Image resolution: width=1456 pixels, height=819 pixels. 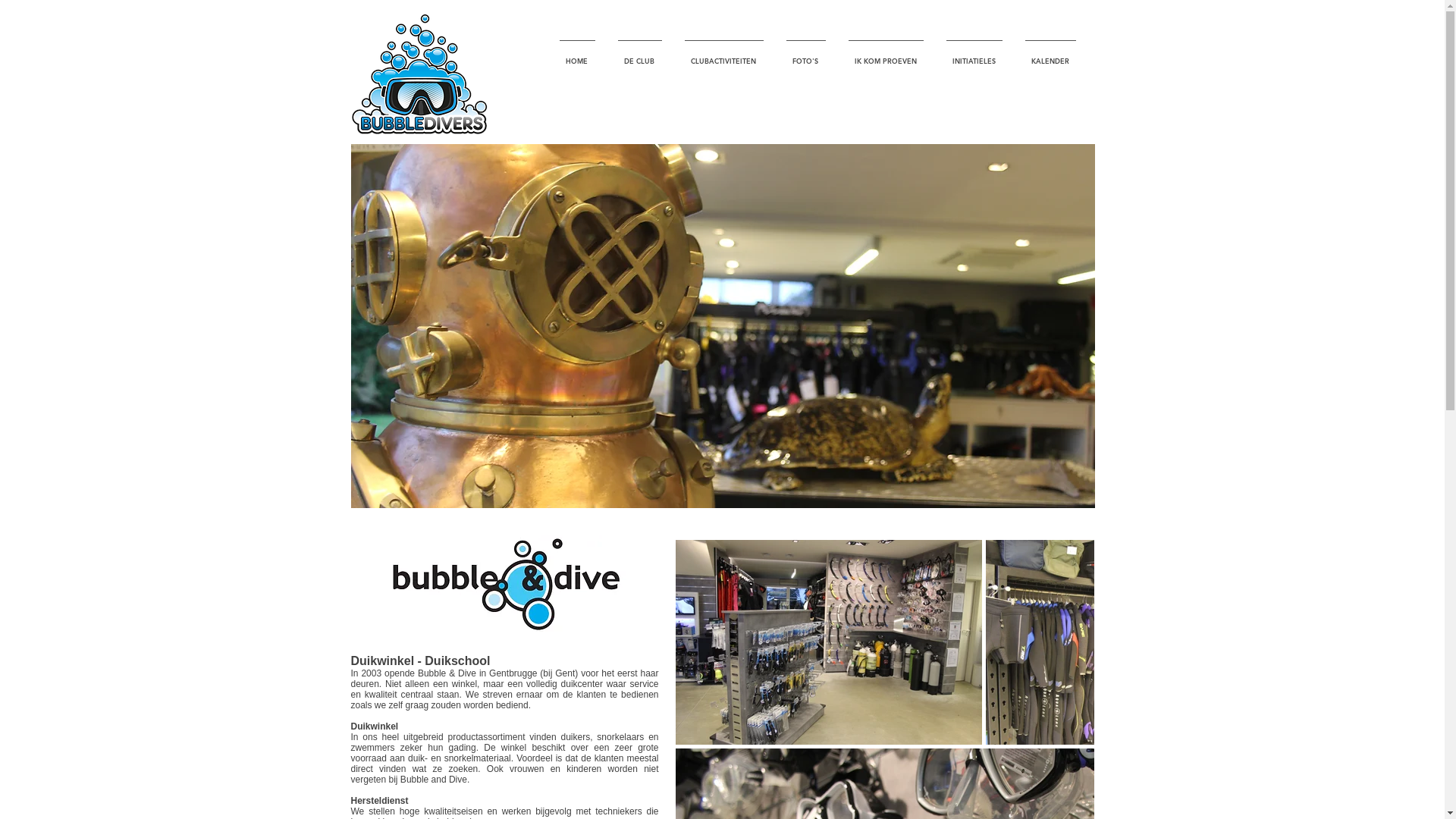 I want to click on 'CLUBACTIVITEITEN', so click(x=673, y=53).